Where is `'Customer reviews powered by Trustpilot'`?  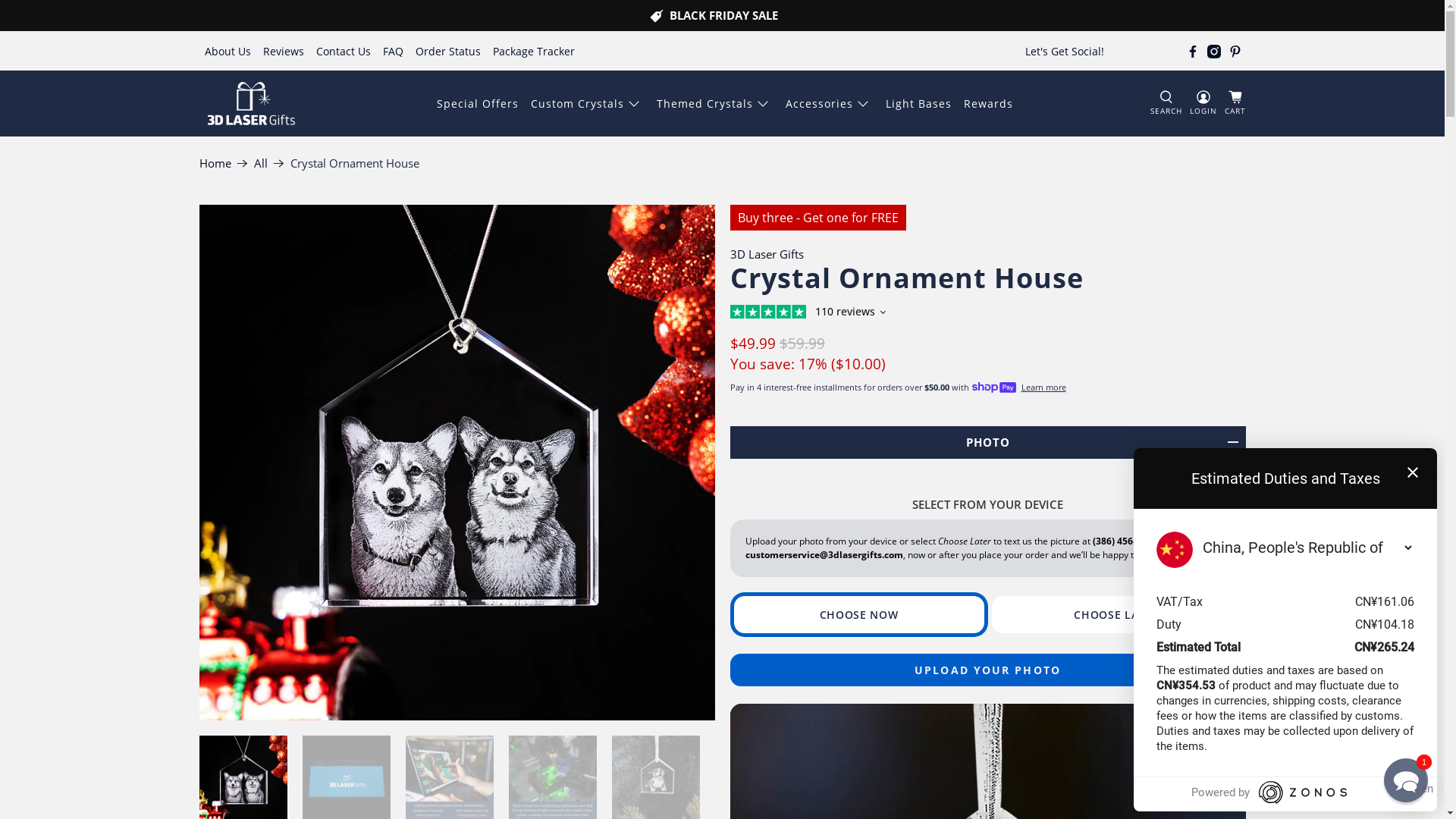 'Customer reviews powered by Trustpilot' is located at coordinates (729, 312).